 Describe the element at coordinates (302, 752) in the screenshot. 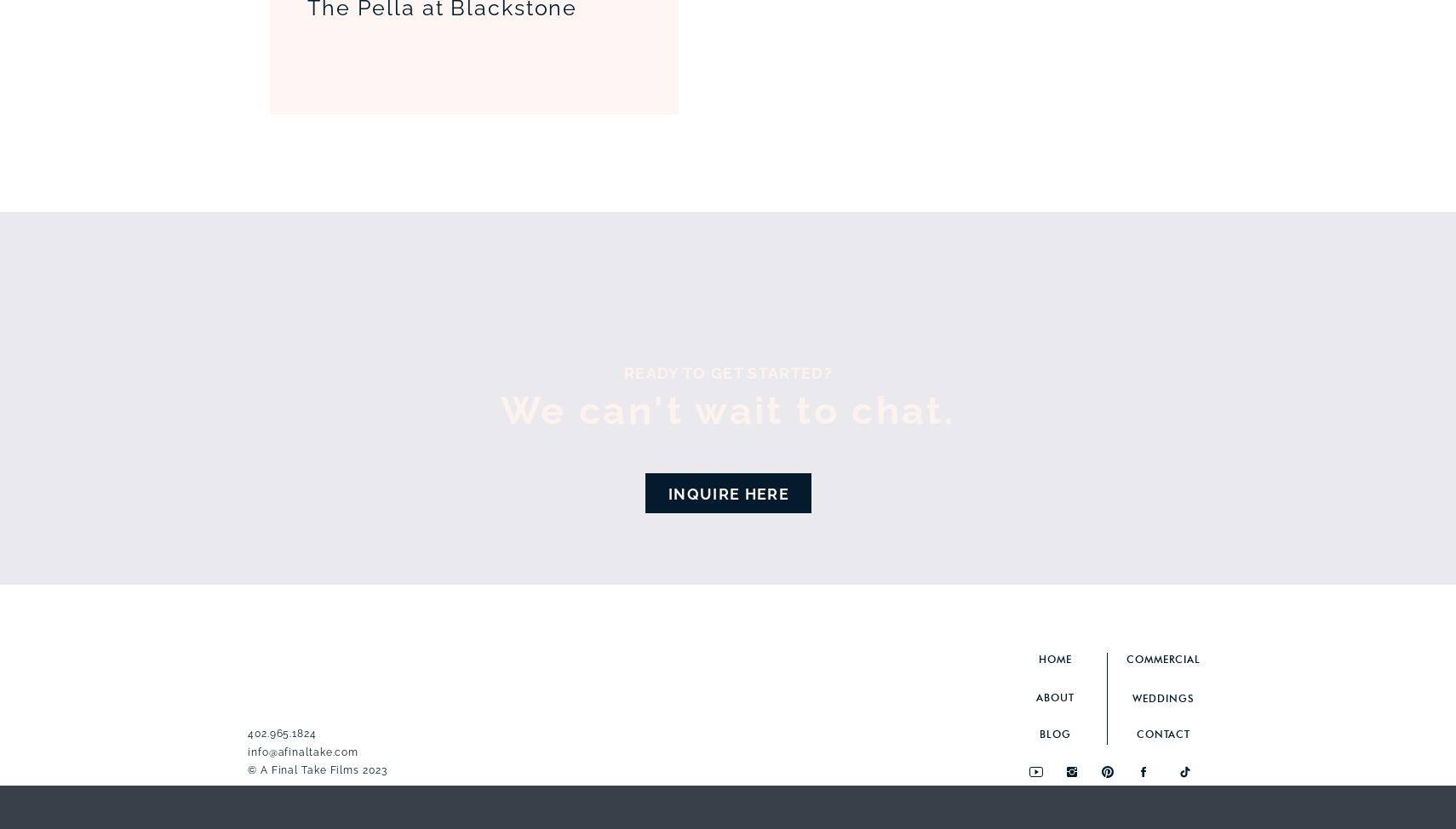

I see `'info@afinaltake.com'` at that location.